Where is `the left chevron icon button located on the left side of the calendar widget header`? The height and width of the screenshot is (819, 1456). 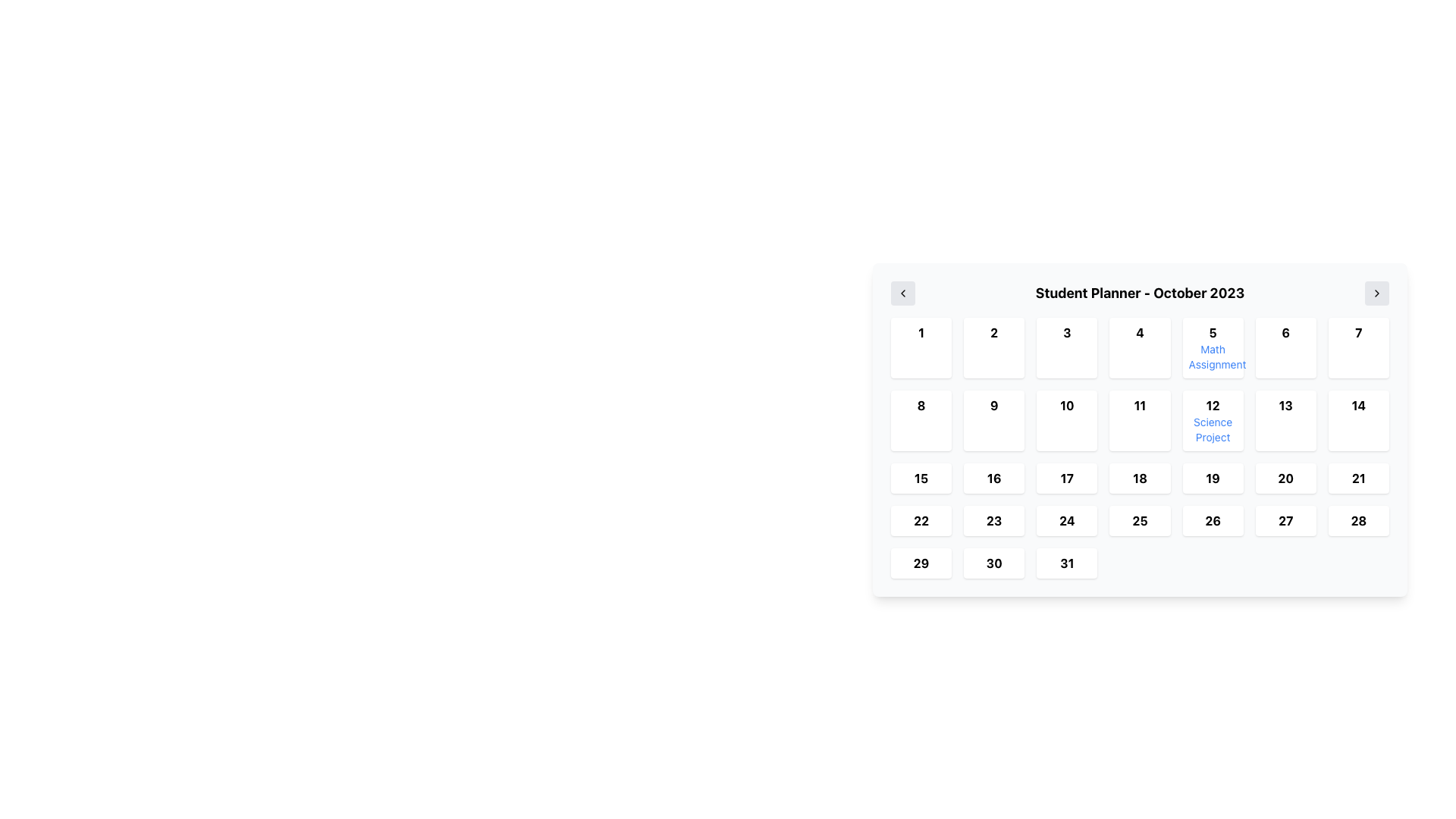 the left chevron icon button located on the left side of the calendar widget header is located at coordinates (902, 293).